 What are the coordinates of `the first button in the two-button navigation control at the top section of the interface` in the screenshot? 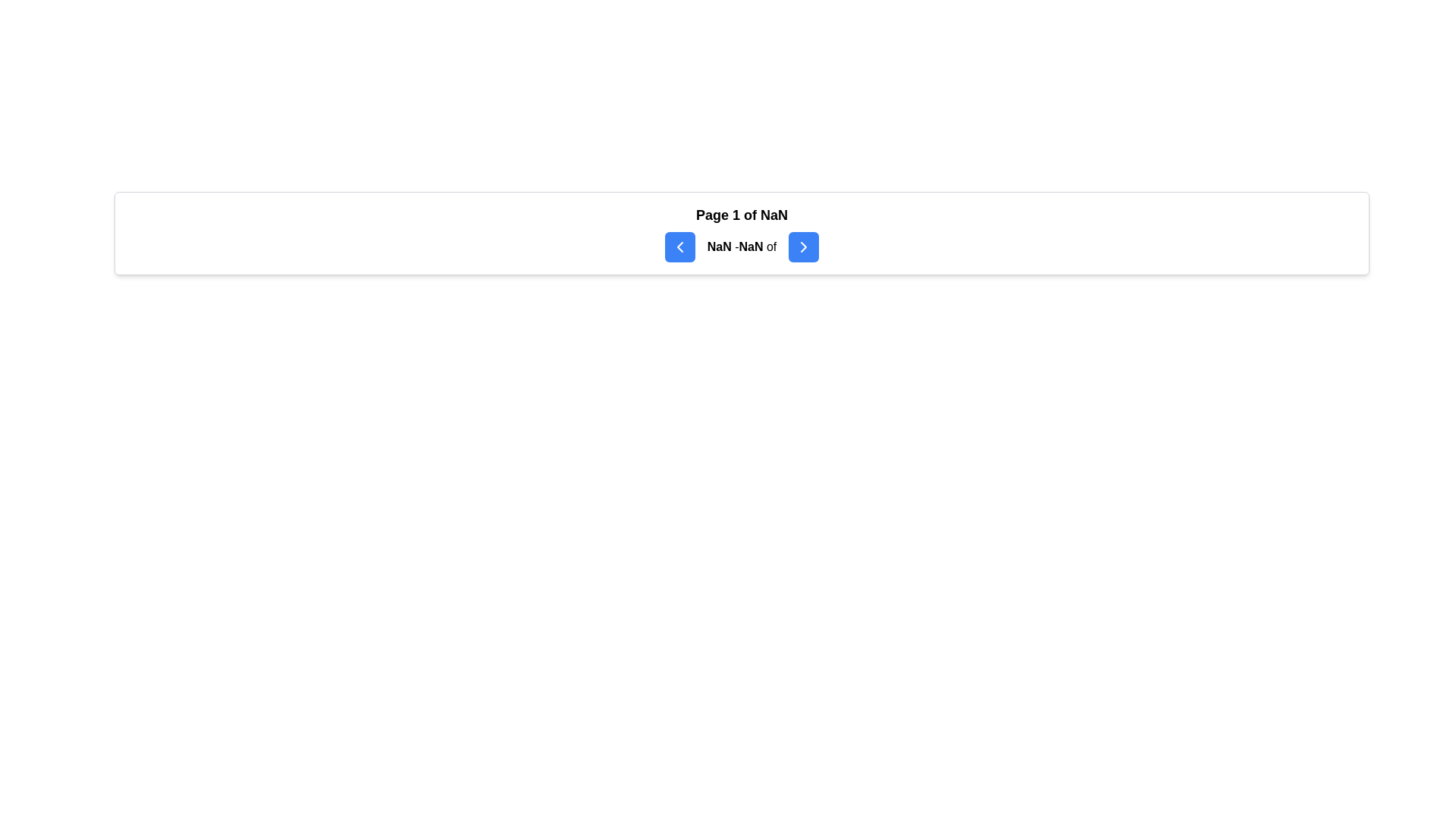 It's located at (679, 246).